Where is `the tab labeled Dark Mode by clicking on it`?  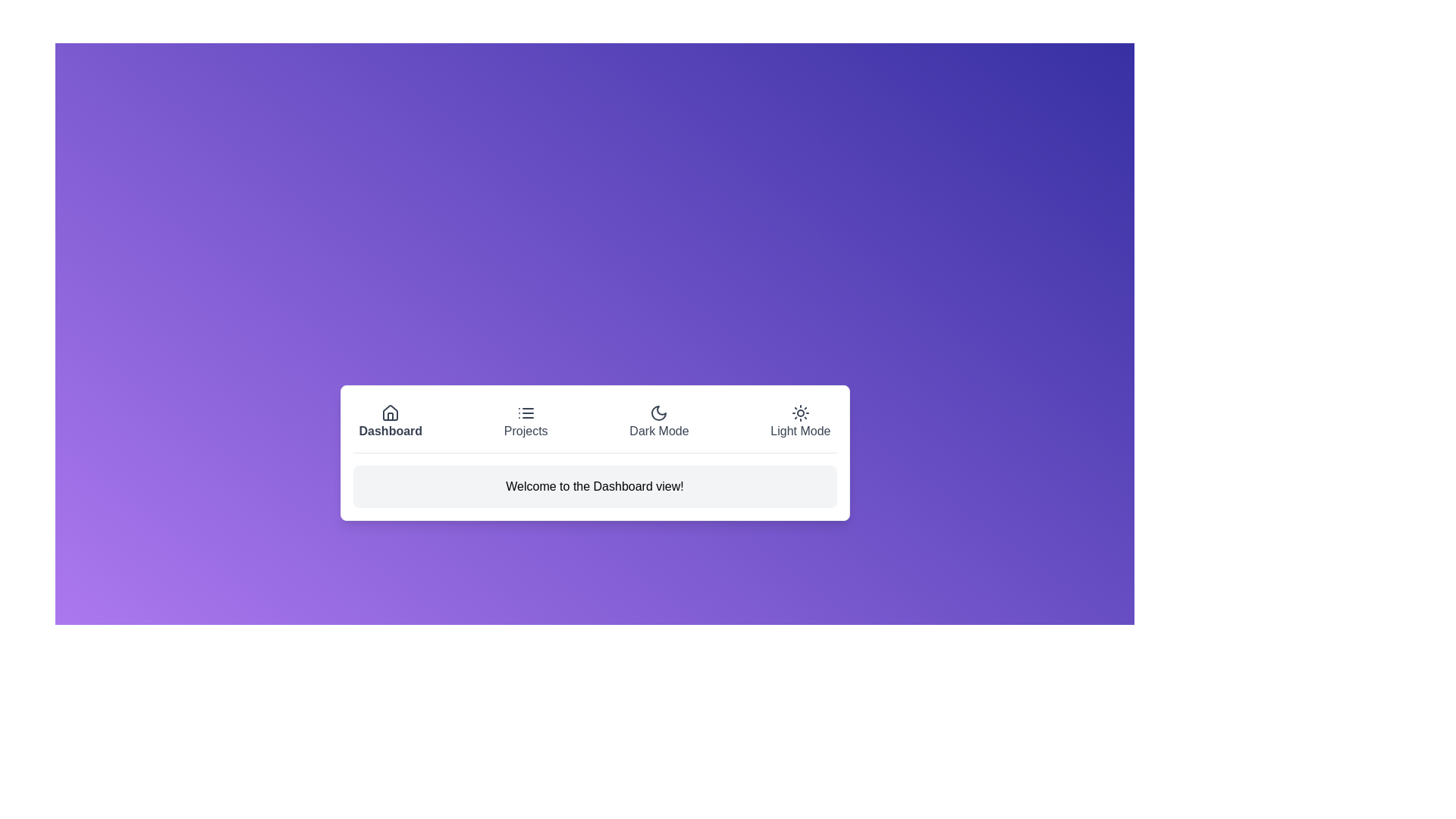
the tab labeled Dark Mode by clicking on it is located at coordinates (659, 422).